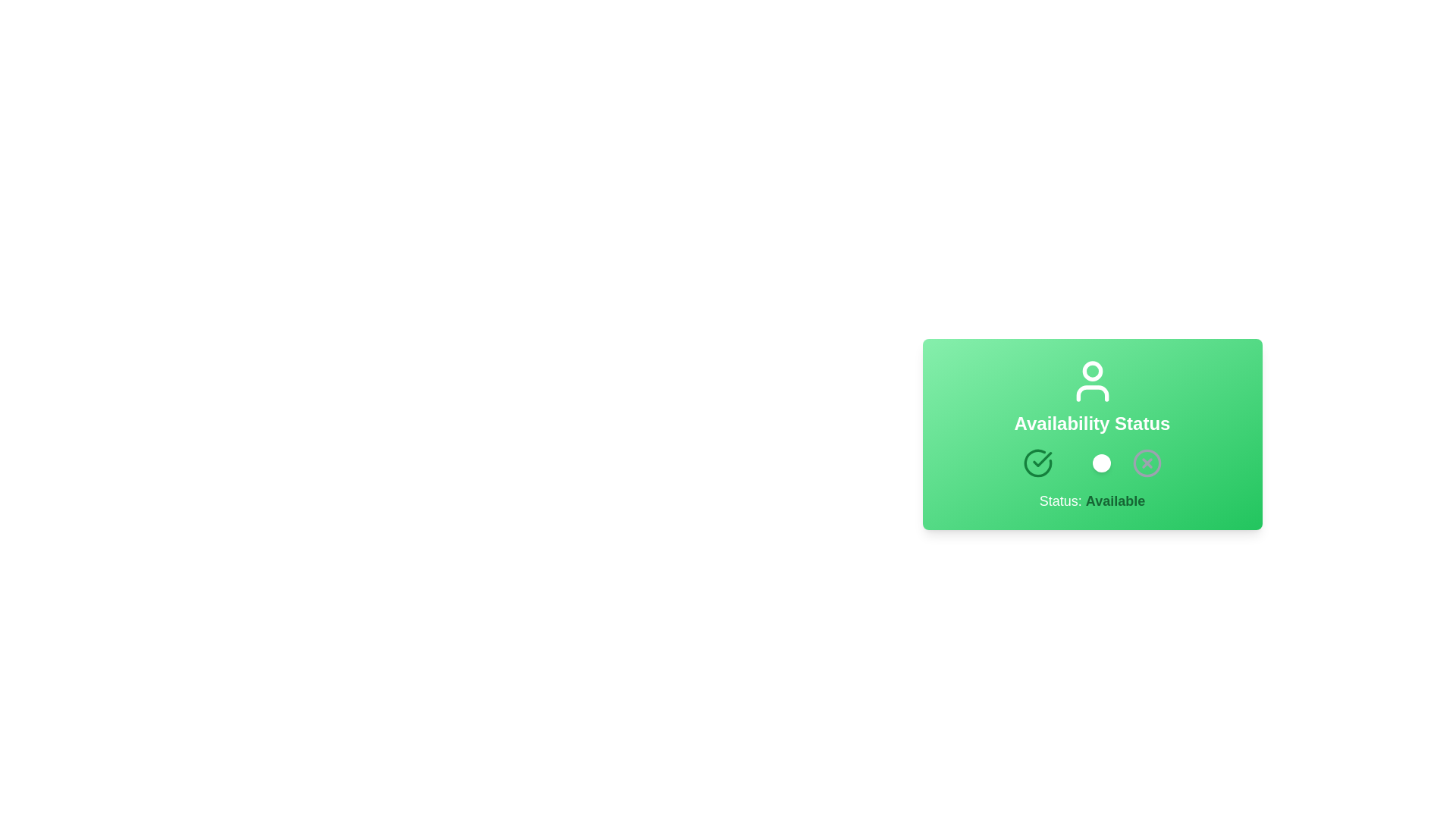  What do you see at coordinates (1116, 500) in the screenshot?
I see `the text label that indicates the current availability status, which displays 'Available' and is styled distinctly within a green card interface` at bounding box center [1116, 500].